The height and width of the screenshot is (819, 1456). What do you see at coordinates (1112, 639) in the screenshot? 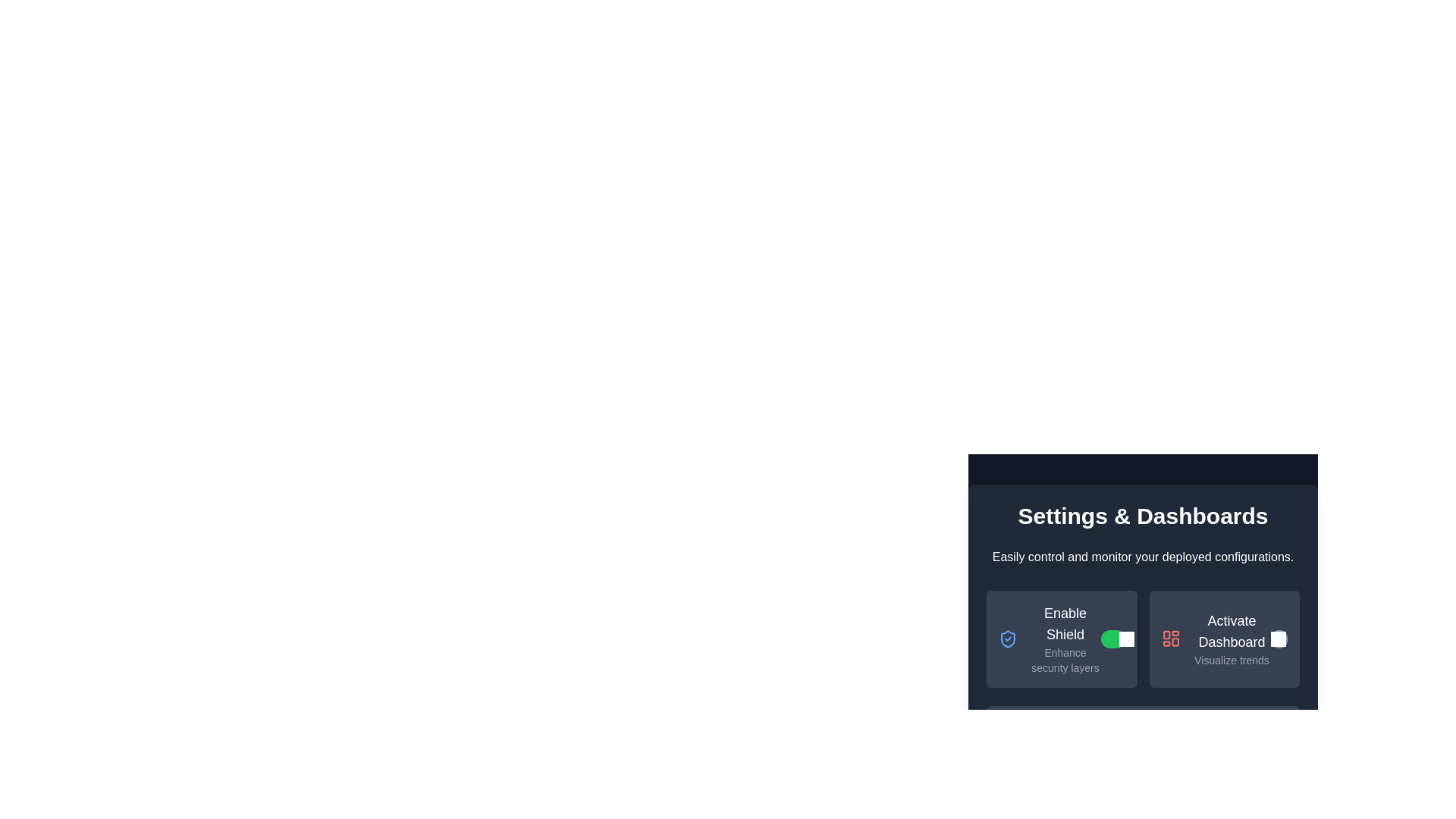
I see `the toggle switch located to the right of the 'Enable Shield' text` at bounding box center [1112, 639].